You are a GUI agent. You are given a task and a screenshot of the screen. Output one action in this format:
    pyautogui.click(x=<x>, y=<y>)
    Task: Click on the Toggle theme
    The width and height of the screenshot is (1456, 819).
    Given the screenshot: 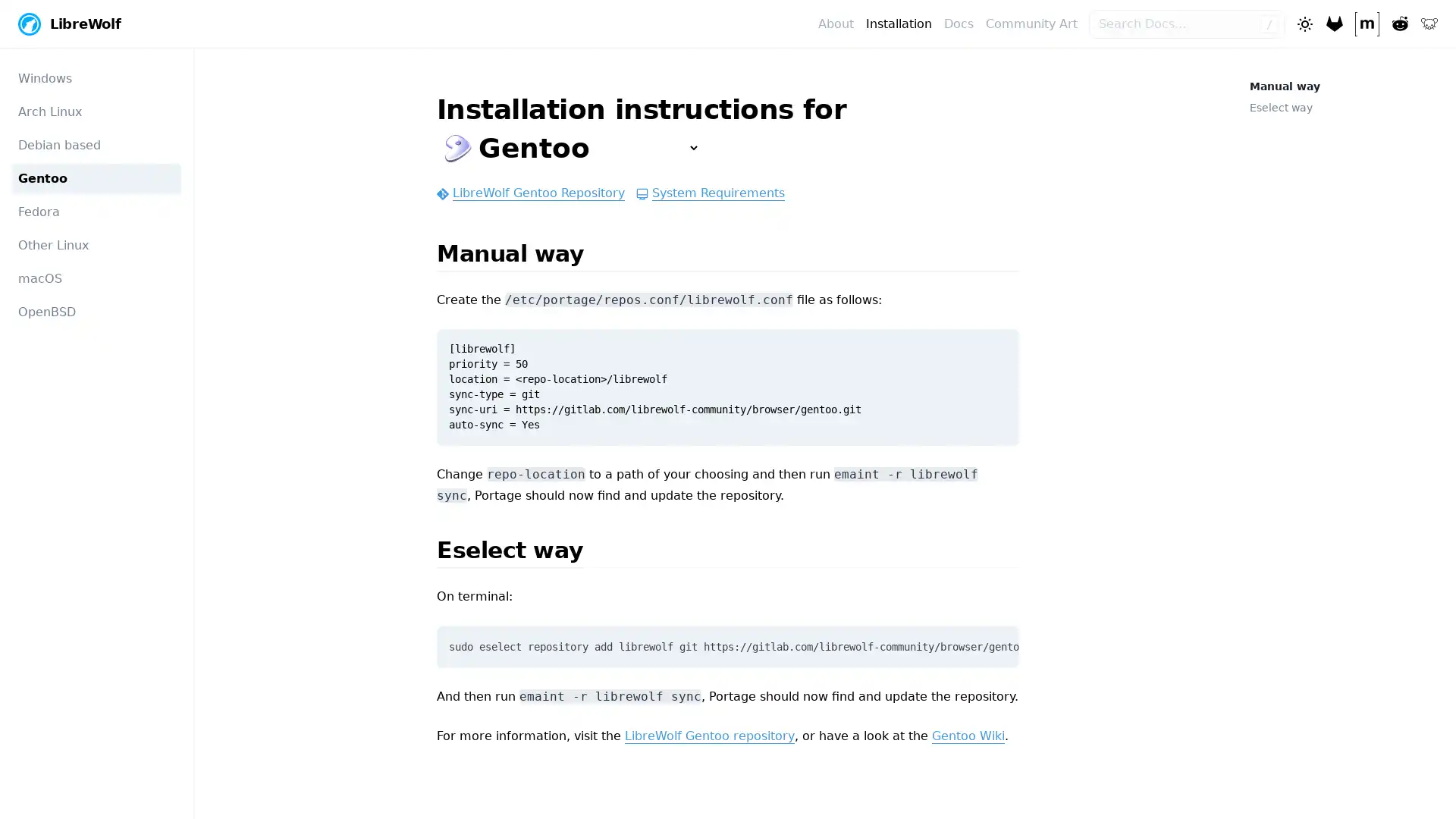 What is the action you would take?
    pyautogui.click(x=1303, y=23)
    